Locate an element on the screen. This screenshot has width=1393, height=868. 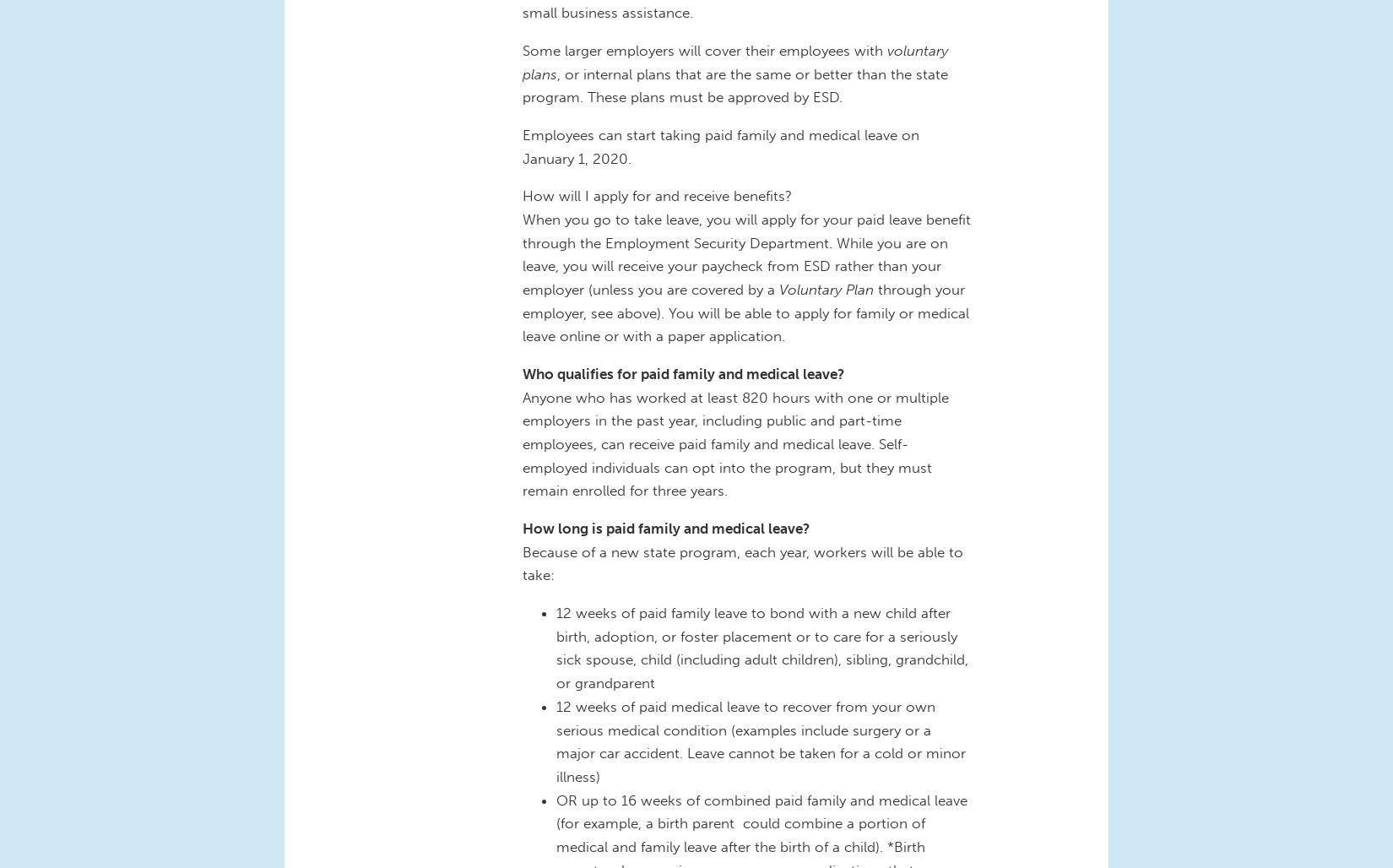
'Who qualifies for paid family and medical leave?' is located at coordinates (684, 373).